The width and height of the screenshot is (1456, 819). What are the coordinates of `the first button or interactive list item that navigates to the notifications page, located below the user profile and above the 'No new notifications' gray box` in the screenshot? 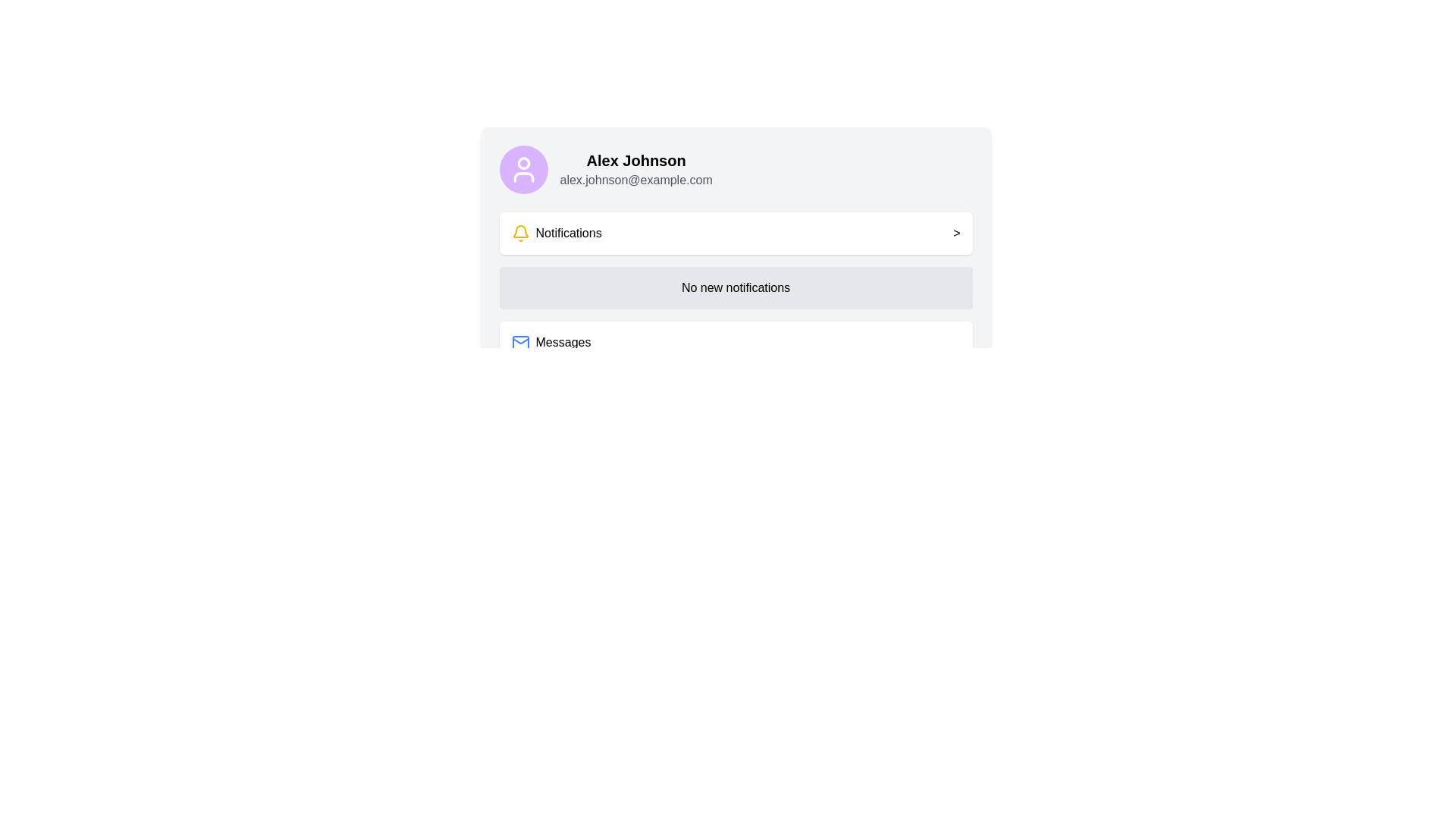 It's located at (736, 234).